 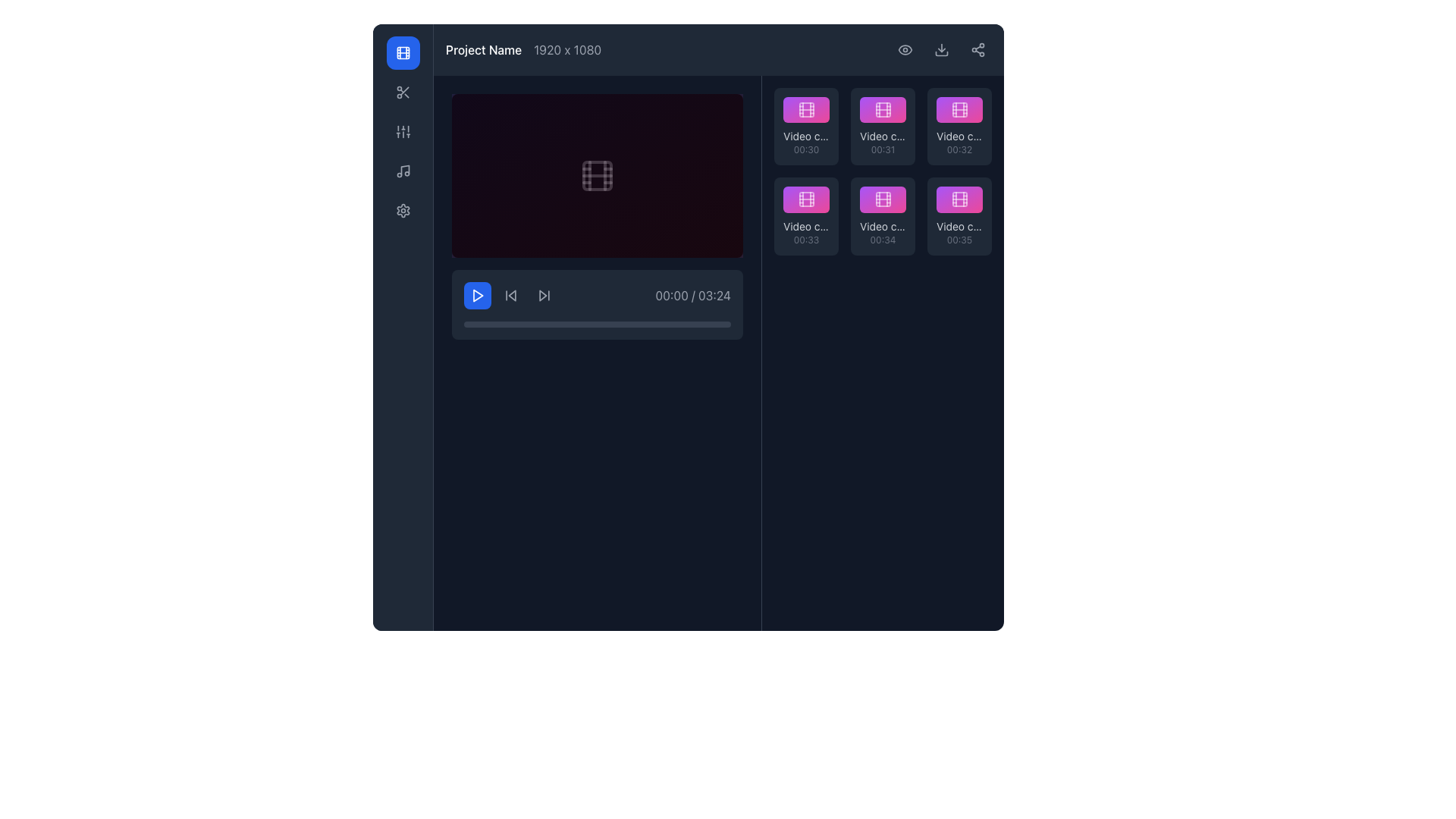 What do you see at coordinates (959, 199) in the screenshot?
I see `the icon in the bottom-right tile of the video clips grid to initiate an action related to the video clip labeled '00:35'` at bounding box center [959, 199].